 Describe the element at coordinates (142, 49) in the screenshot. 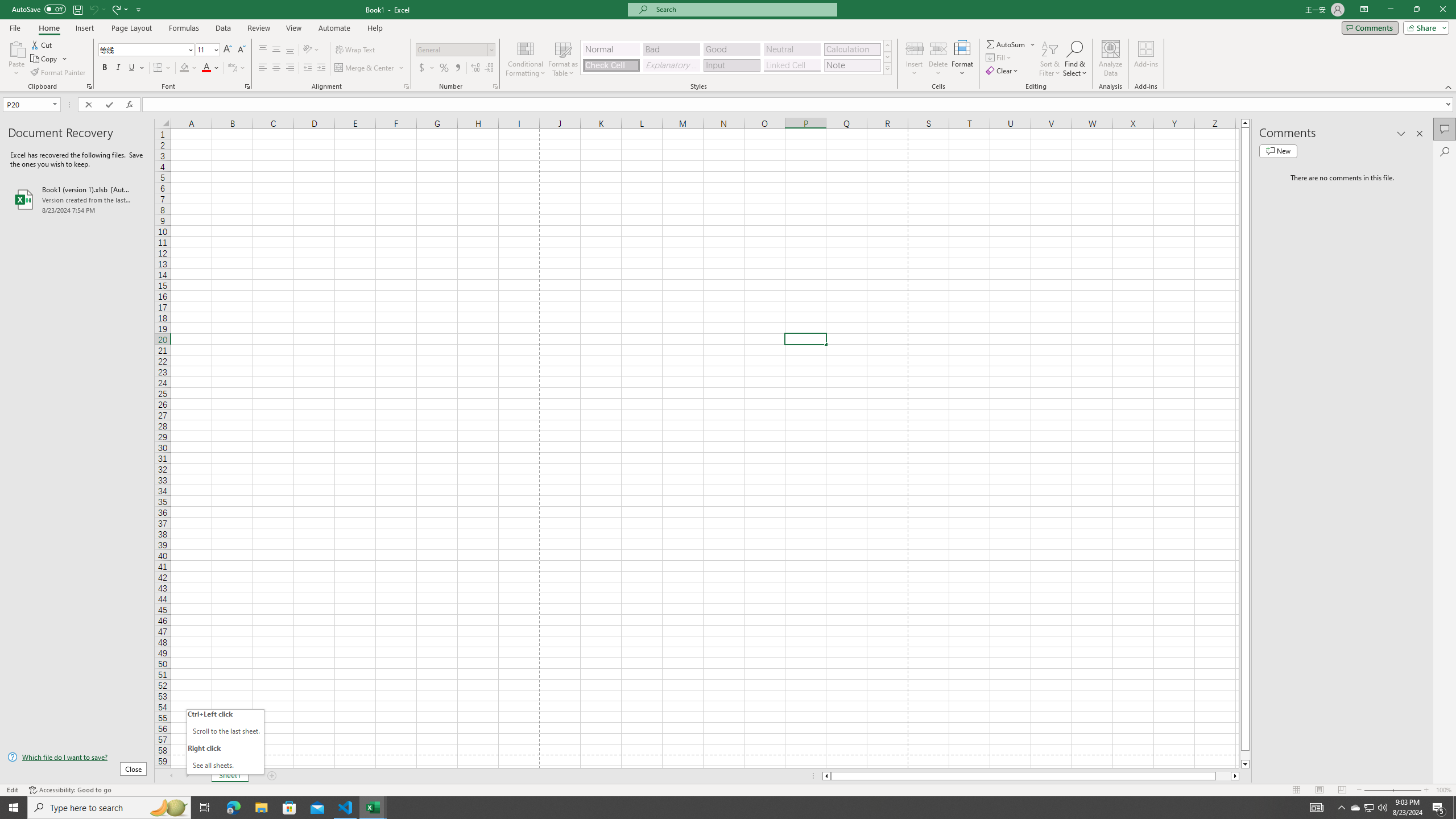

I see `'Font'` at that location.